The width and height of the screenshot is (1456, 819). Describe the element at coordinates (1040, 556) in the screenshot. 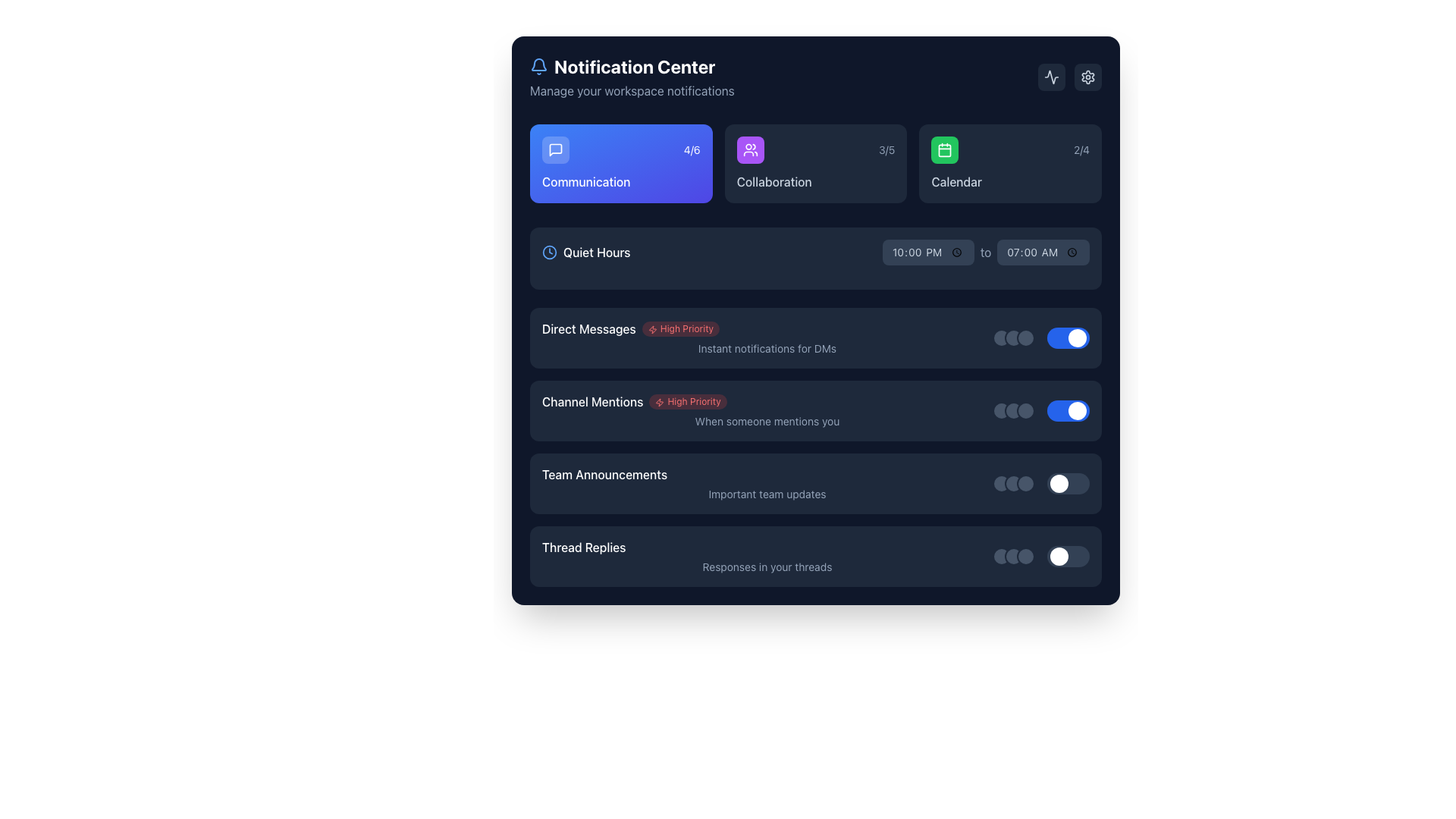

I see `the larger white circular toggle switch at the rightmost side of the 'Thread Replies' group in the 'Notification Center' to switch it on/off` at that location.